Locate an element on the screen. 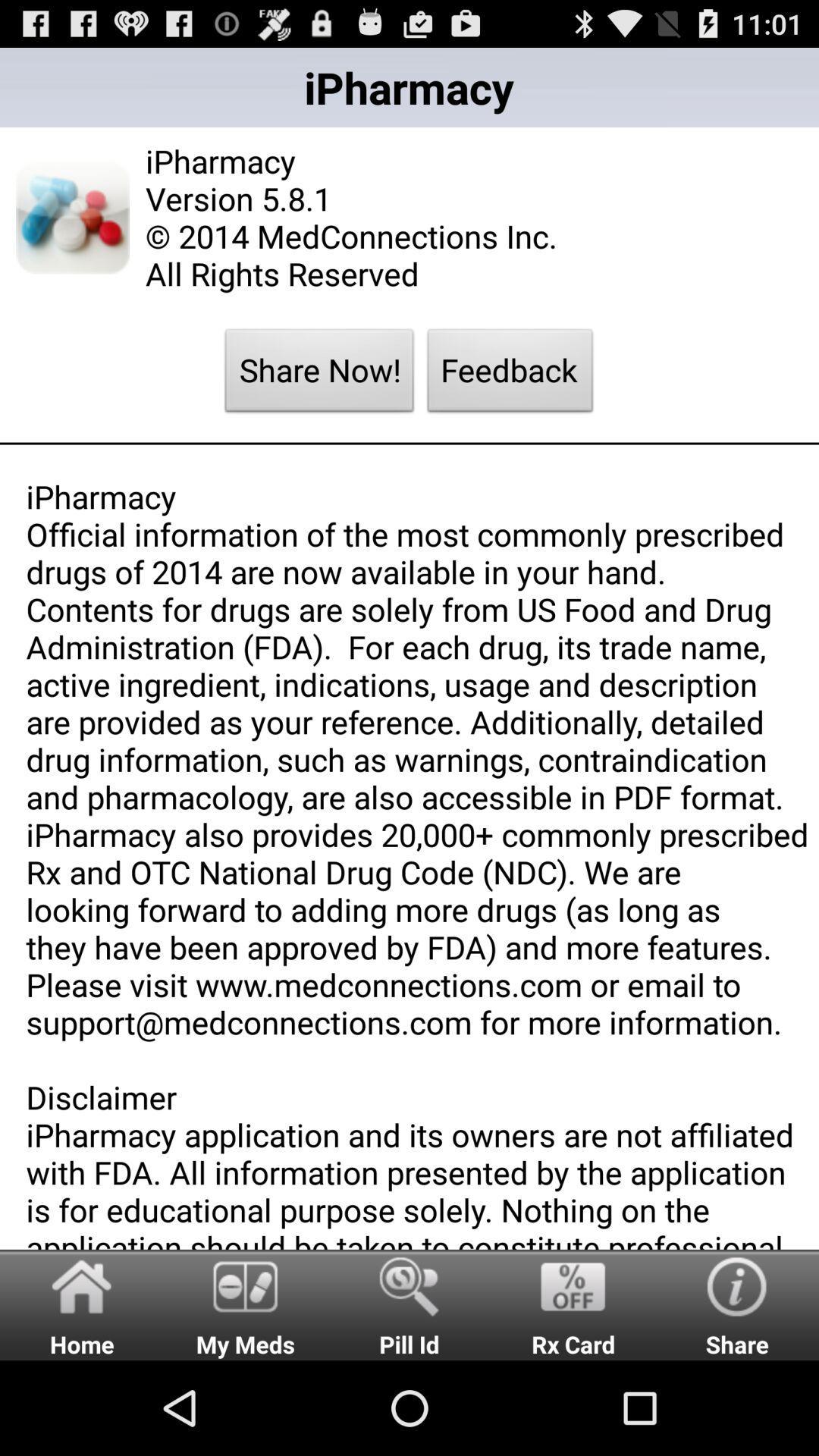 The image size is (819, 1456). the first image is located at coordinates (73, 217).